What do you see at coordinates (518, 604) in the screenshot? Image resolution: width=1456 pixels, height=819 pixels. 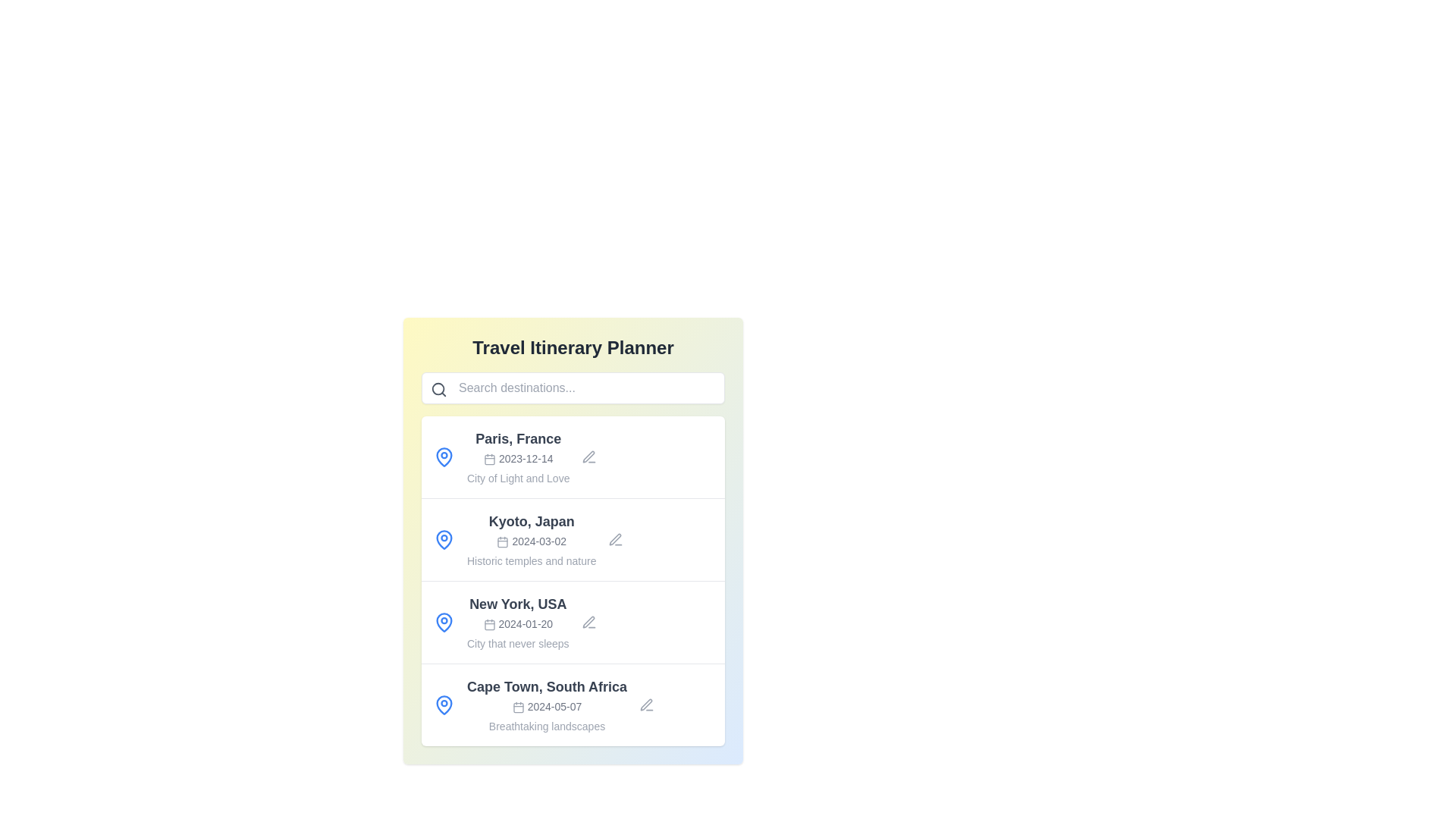 I see `the Text Label displaying 'New York, USA' which is styled in bold gray text, located at the top of the location-related information section` at bounding box center [518, 604].